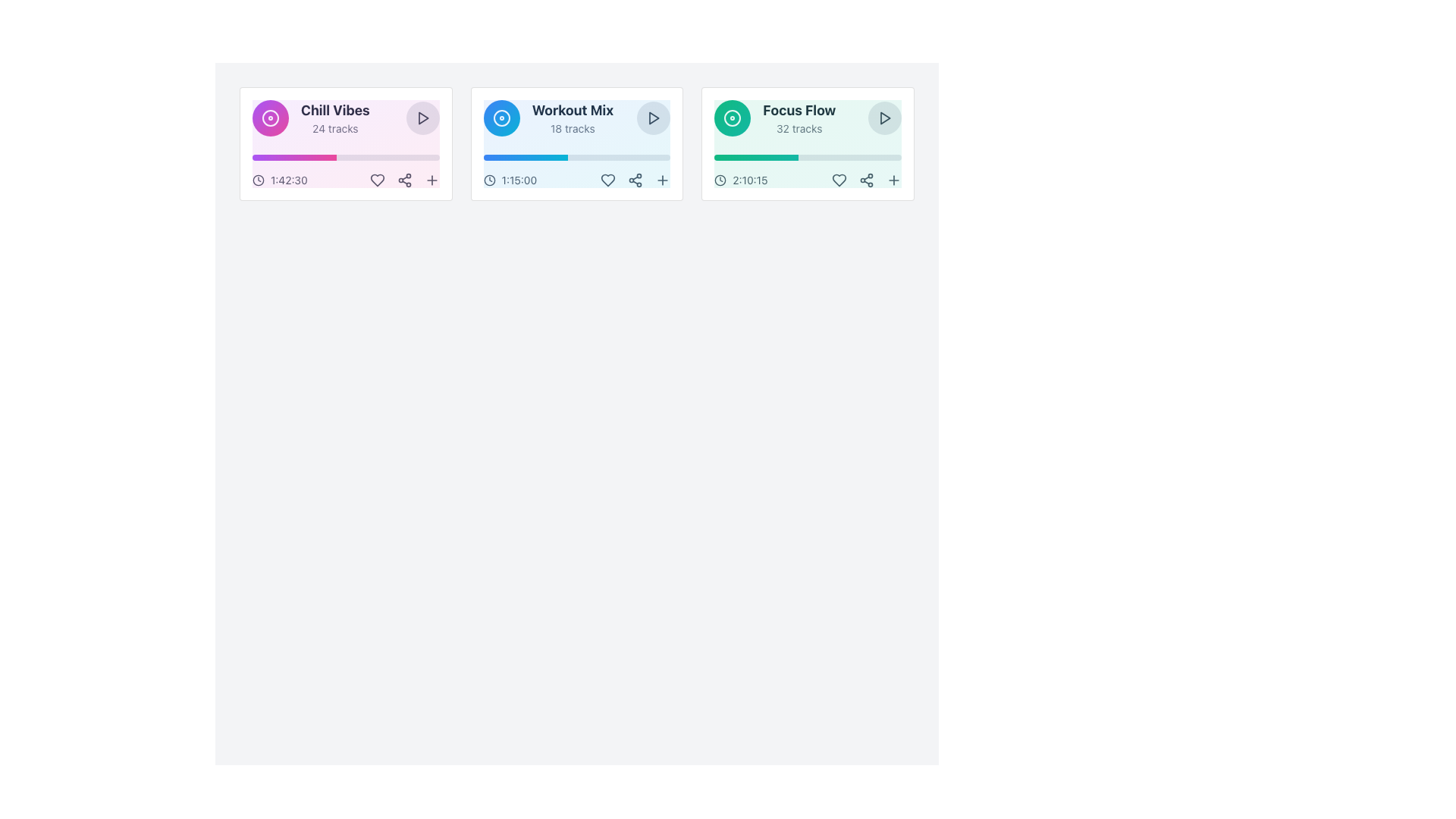 This screenshot has height=819, width=1456. Describe the element at coordinates (866, 180) in the screenshot. I see `the group of interactive icons located at the bottom-right corner of the Focus Flow card, specifically the third set of icons visible in this row, to navigate through the individual icons` at that location.